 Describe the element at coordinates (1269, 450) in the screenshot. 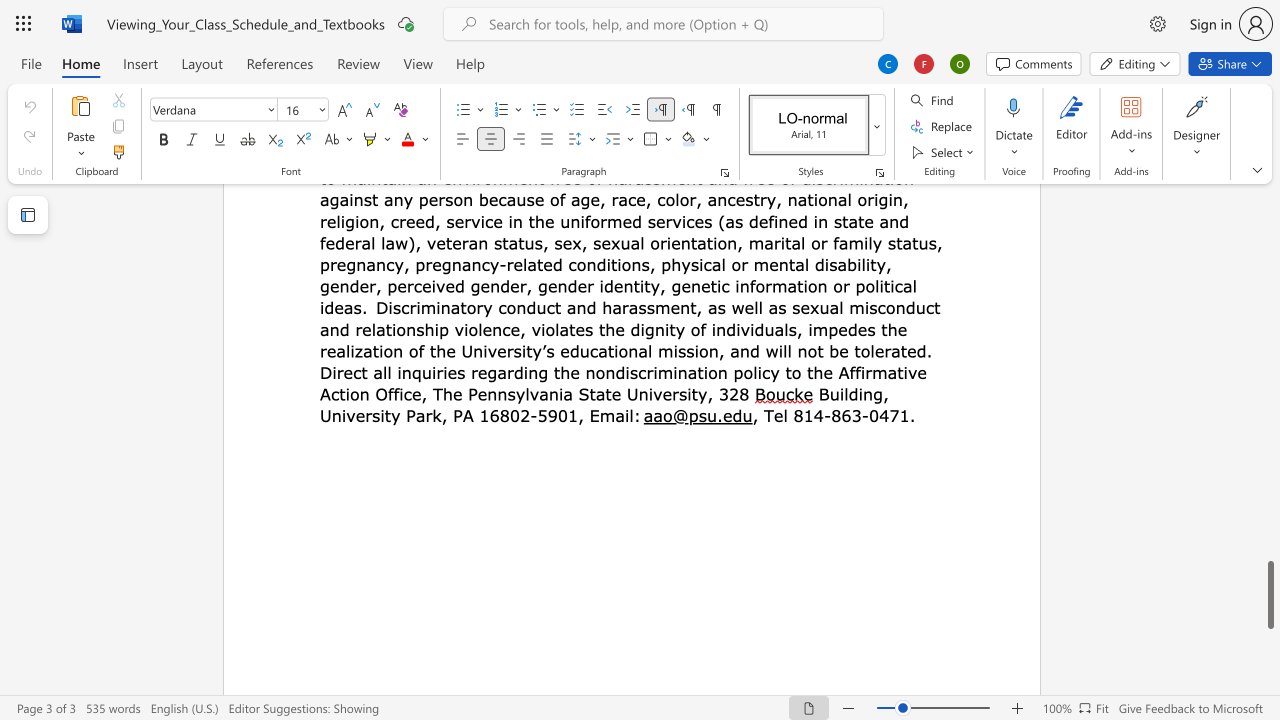

I see `the vertical scrollbar to raise the page content` at that location.